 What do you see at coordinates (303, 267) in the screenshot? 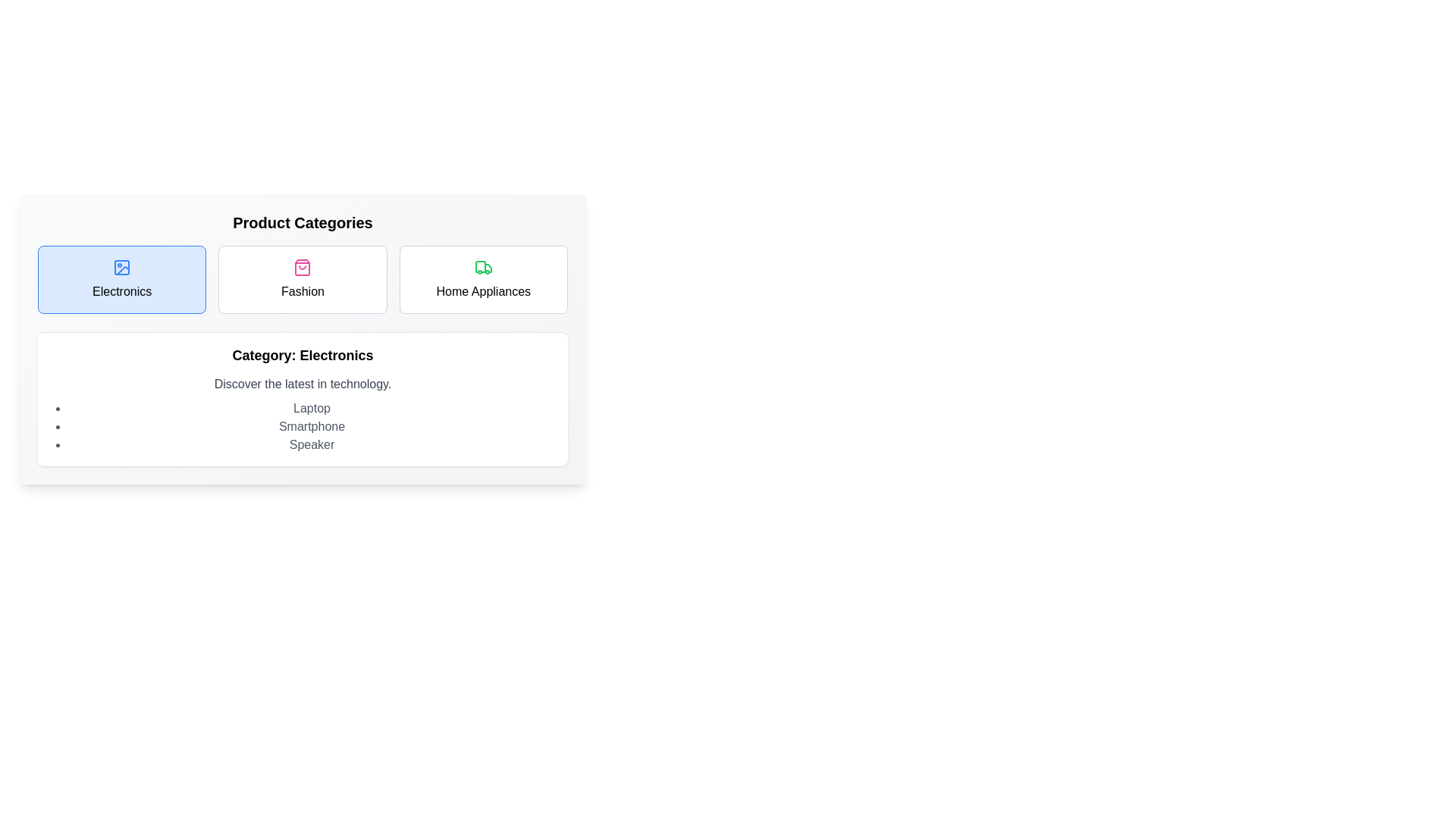
I see `the pink shopping bag icon representing the Fashion category, which is positioned centrally above the Fashion label` at bounding box center [303, 267].